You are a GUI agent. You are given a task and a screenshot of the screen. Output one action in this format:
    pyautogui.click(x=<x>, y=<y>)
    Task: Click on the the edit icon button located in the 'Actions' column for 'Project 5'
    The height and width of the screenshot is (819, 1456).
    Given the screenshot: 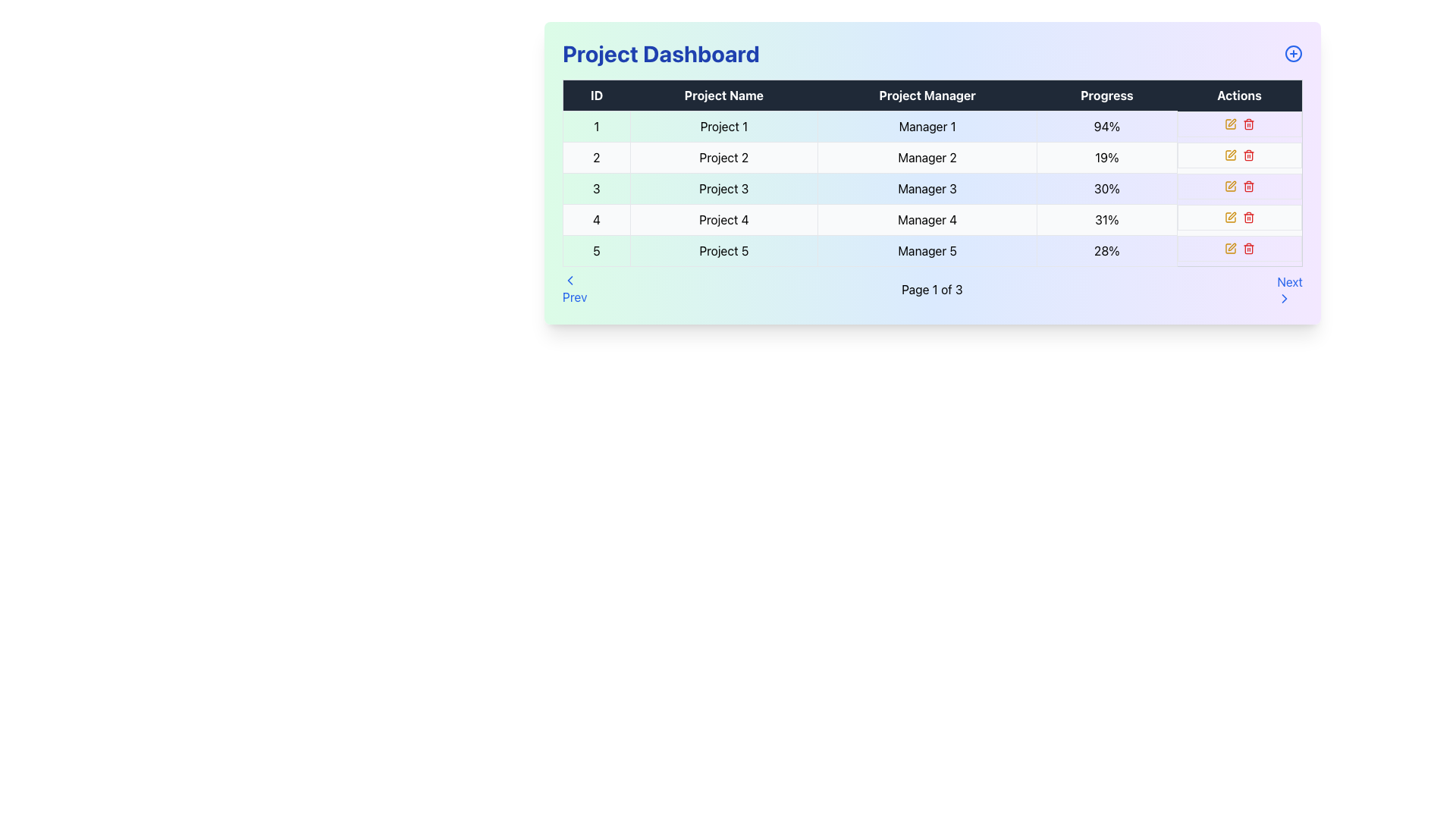 What is the action you would take?
    pyautogui.click(x=1232, y=246)
    